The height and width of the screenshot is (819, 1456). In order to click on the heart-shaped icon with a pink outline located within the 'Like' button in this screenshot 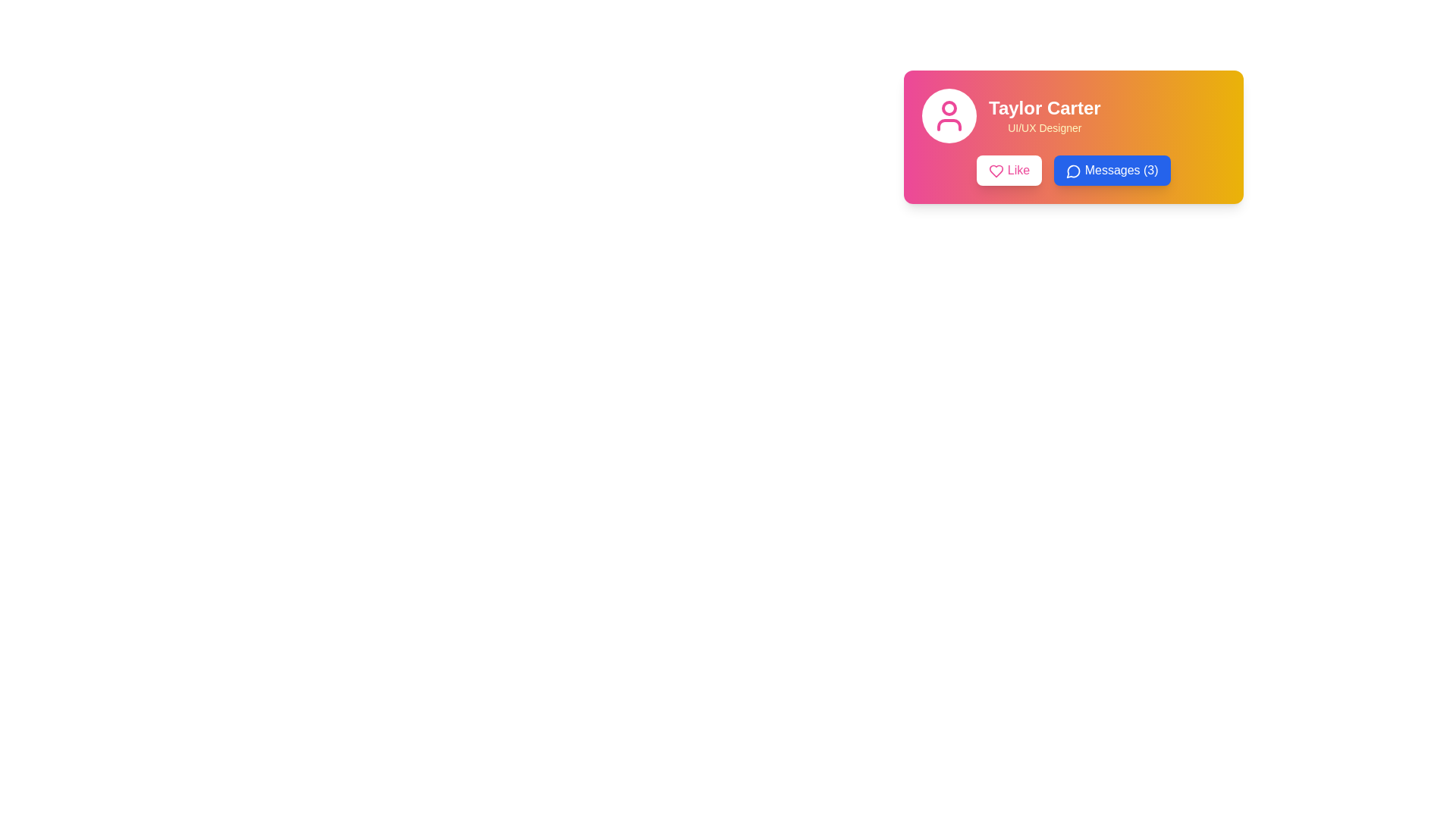, I will do `click(996, 171)`.